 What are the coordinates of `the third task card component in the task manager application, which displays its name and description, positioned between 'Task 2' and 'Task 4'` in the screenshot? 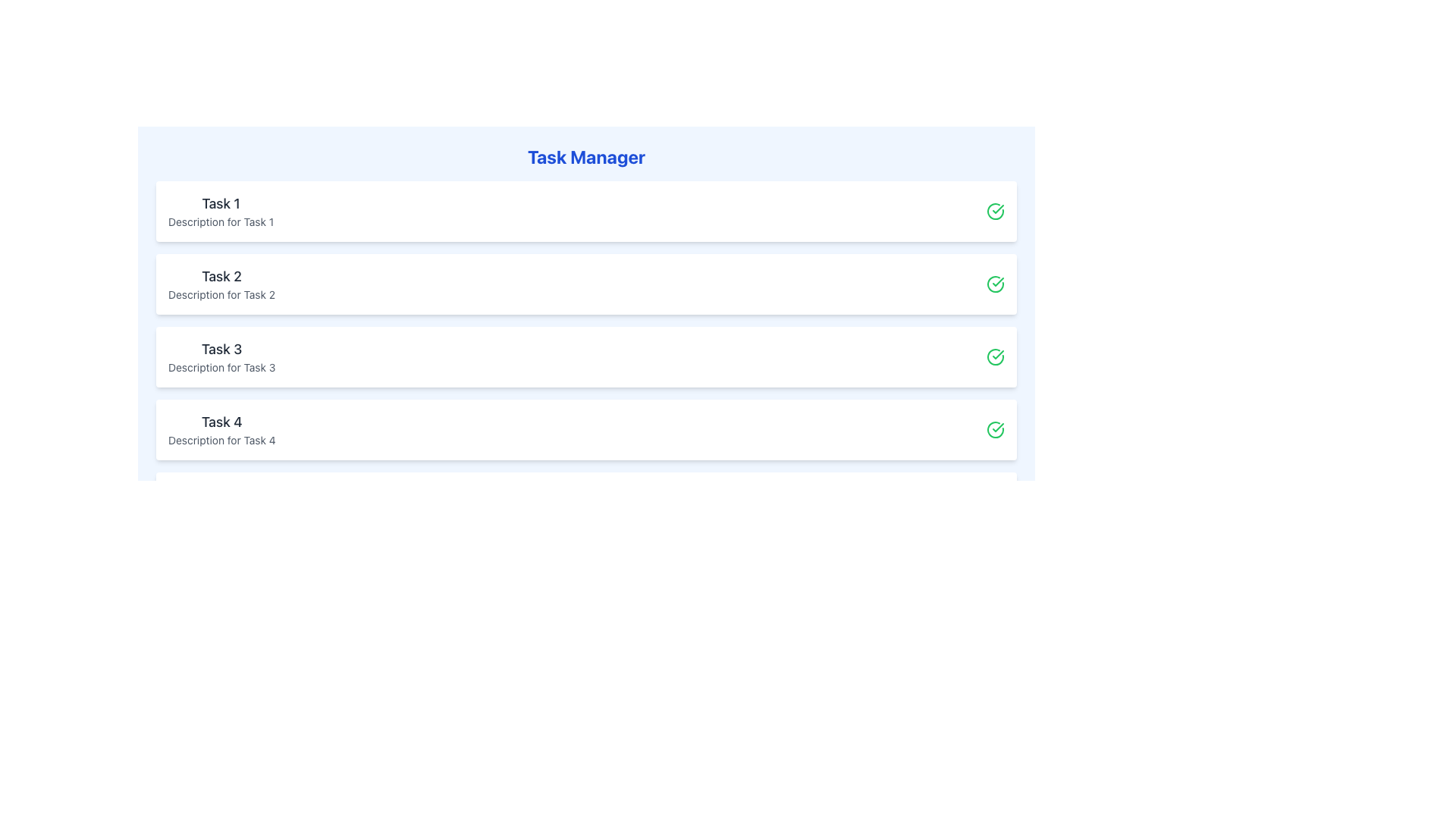 It's located at (221, 356).